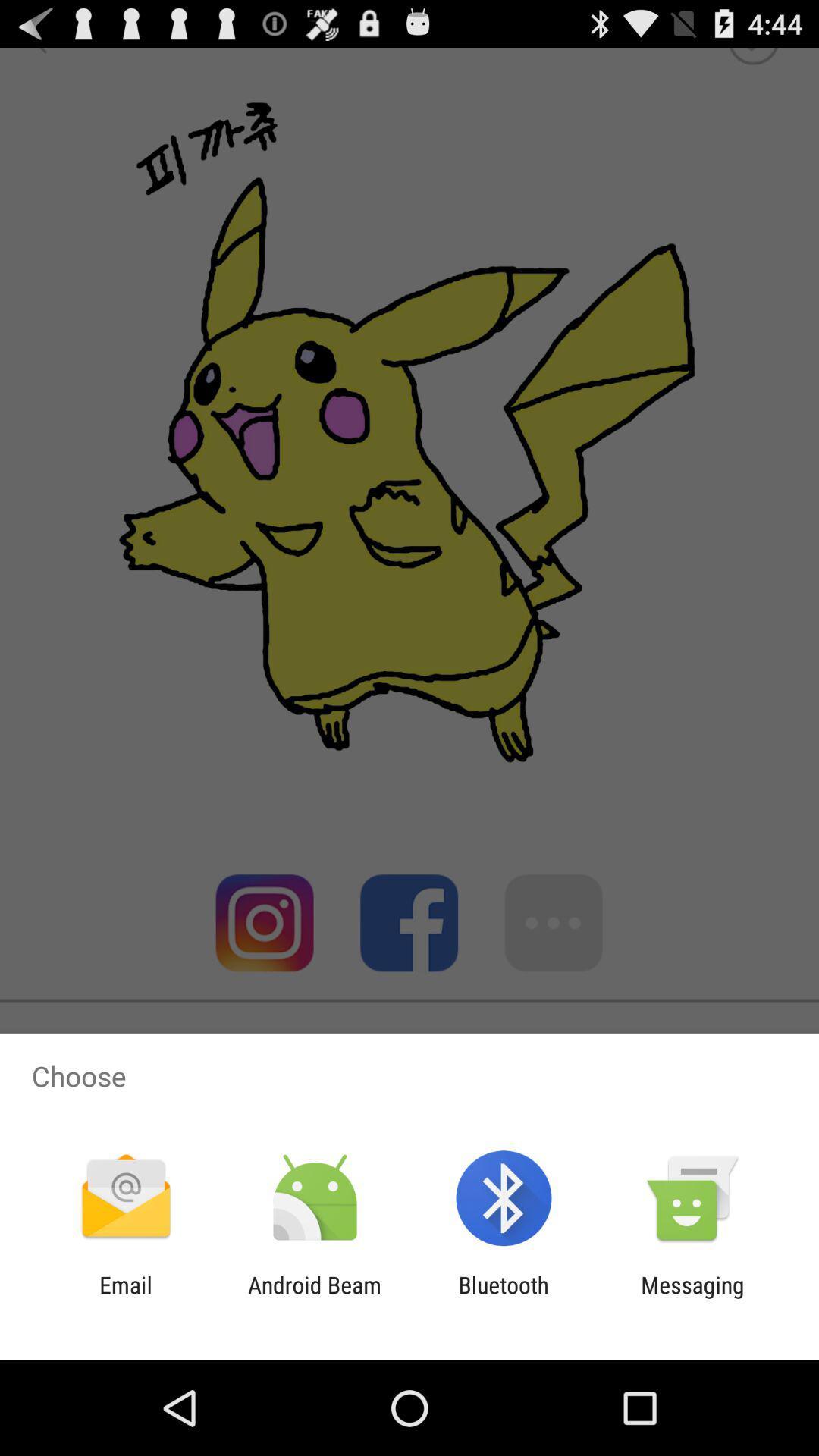  What do you see at coordinates (125, 1298) in the screenshot?
I see `icon to the left of android beam item` at bounding box center [125, 1298].